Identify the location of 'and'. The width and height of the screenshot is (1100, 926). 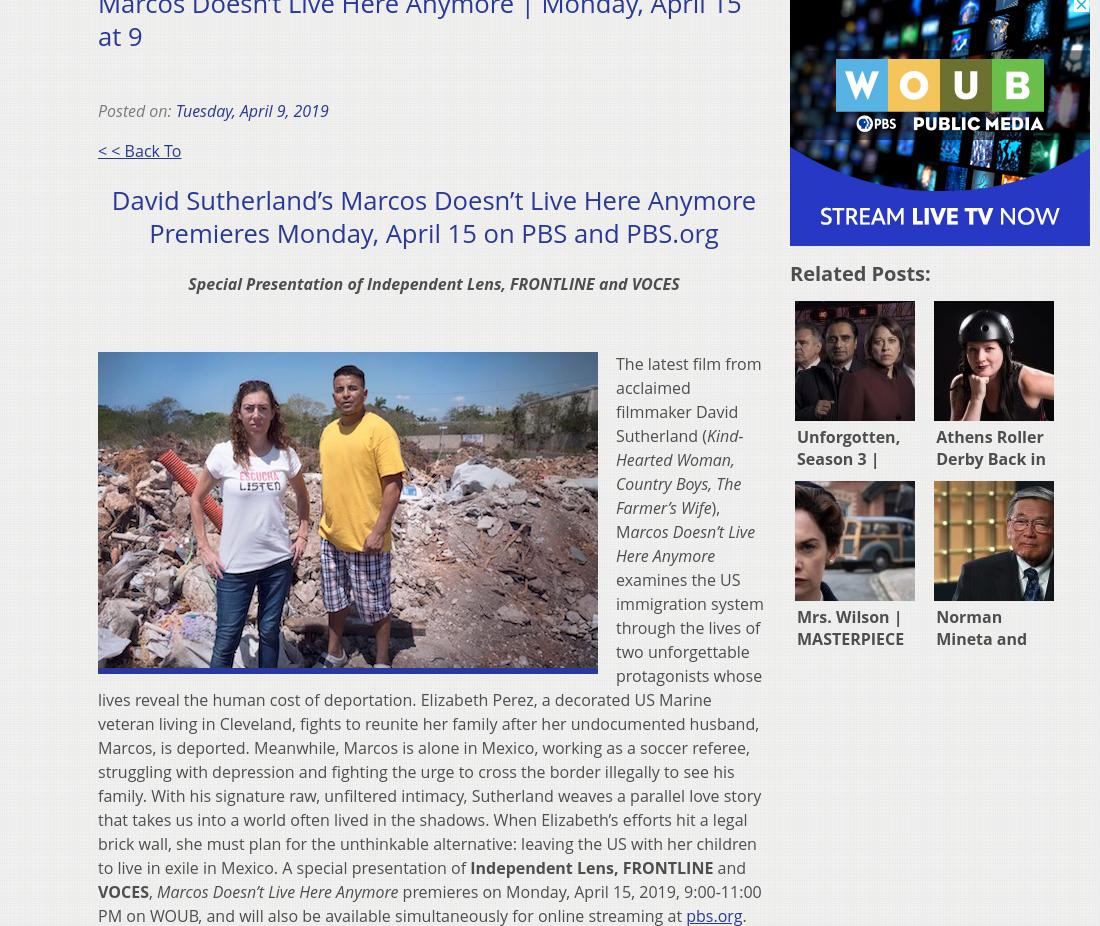
(728, 867).